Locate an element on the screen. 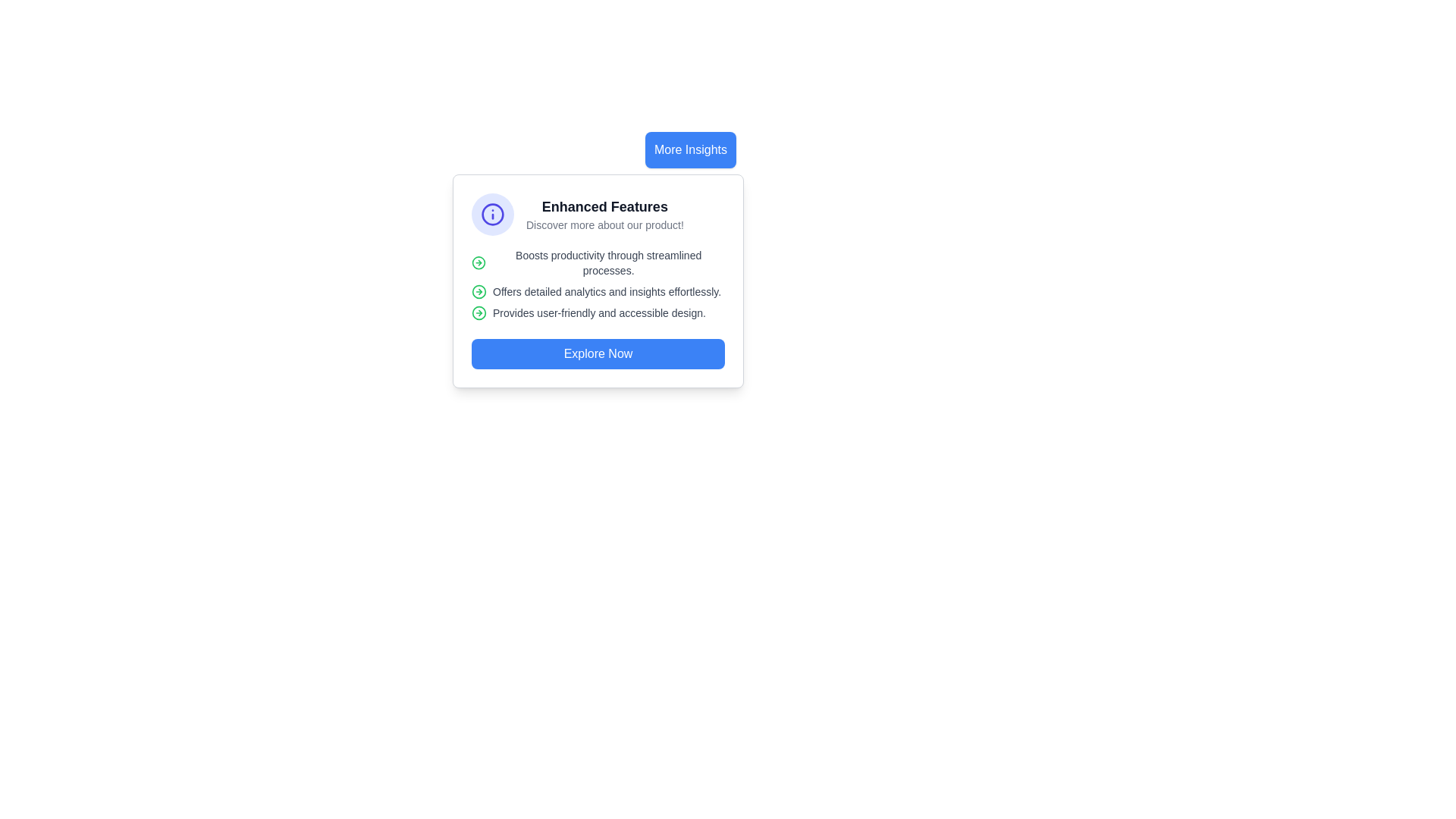 The width and height of the screenshot is (1456, 819). heading 'Enhanced Features' which is styled prominently in bold and larger font, located at the top of the text area within a card-like structure is located at coordinates (604, 207).